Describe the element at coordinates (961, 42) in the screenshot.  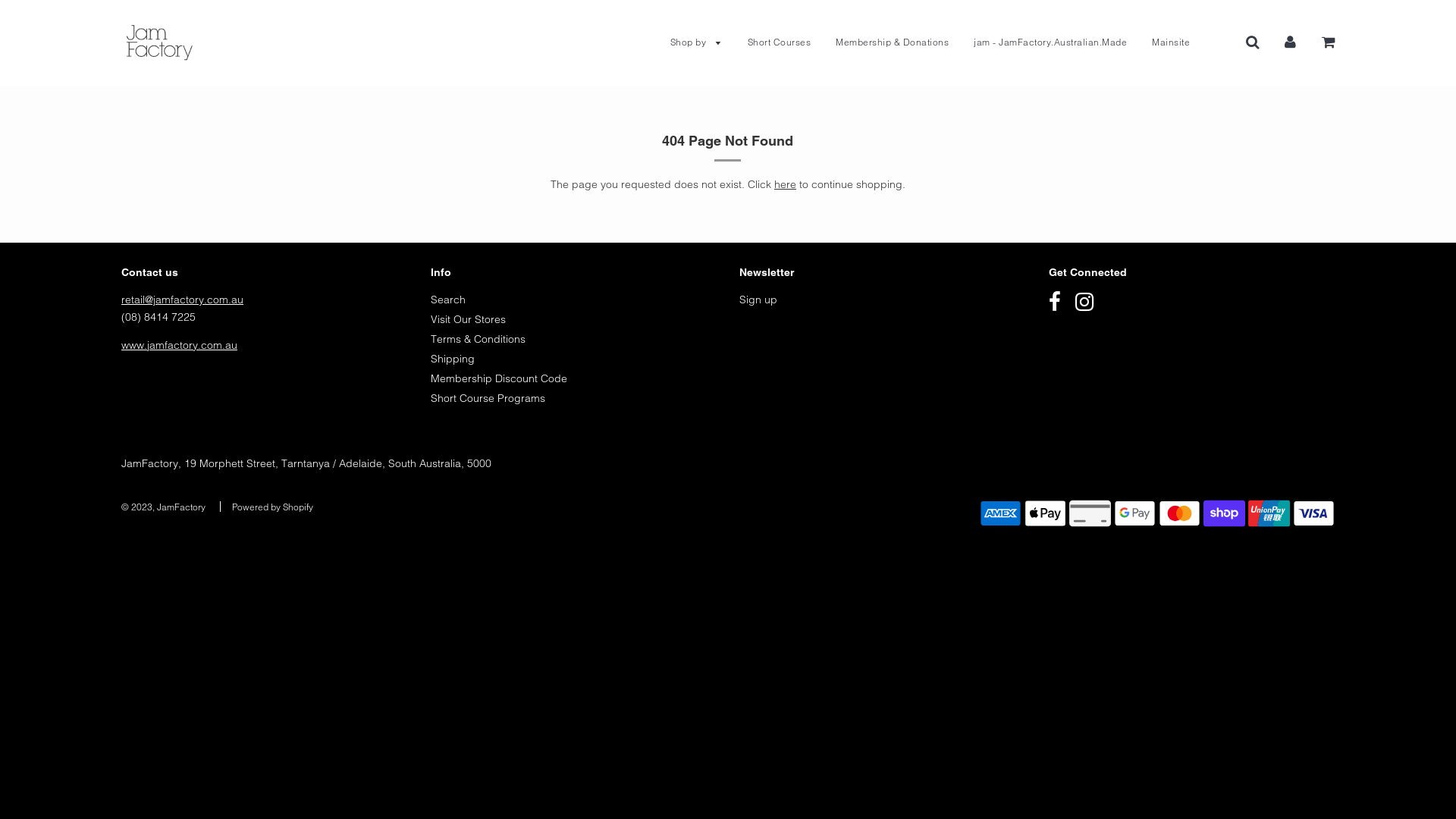
I see `'jam - JamFactory.Australian.Made'` at that location.